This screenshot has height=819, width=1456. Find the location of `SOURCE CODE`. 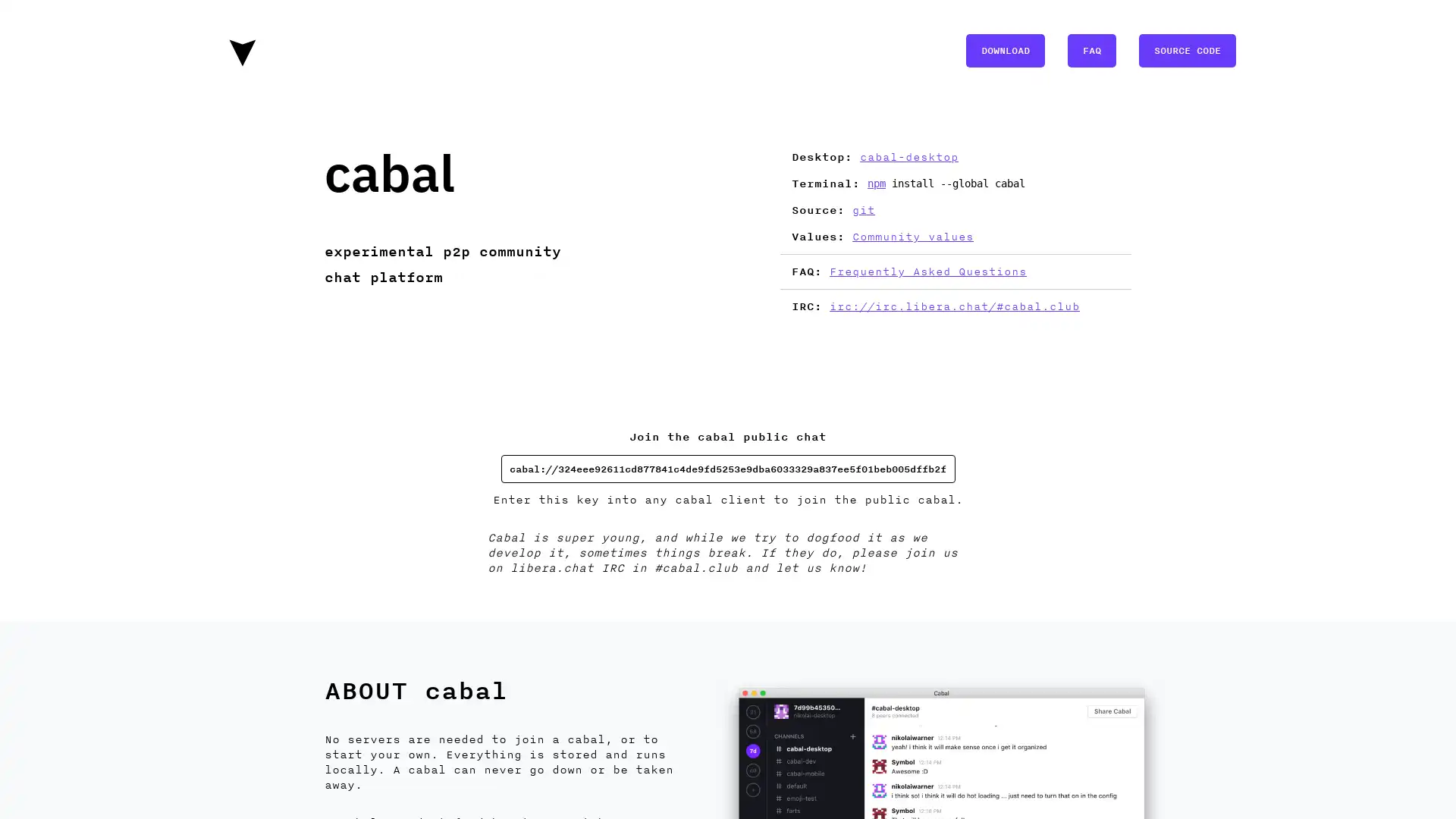

SOURCE CODE is located at coordinates (1186, 49).